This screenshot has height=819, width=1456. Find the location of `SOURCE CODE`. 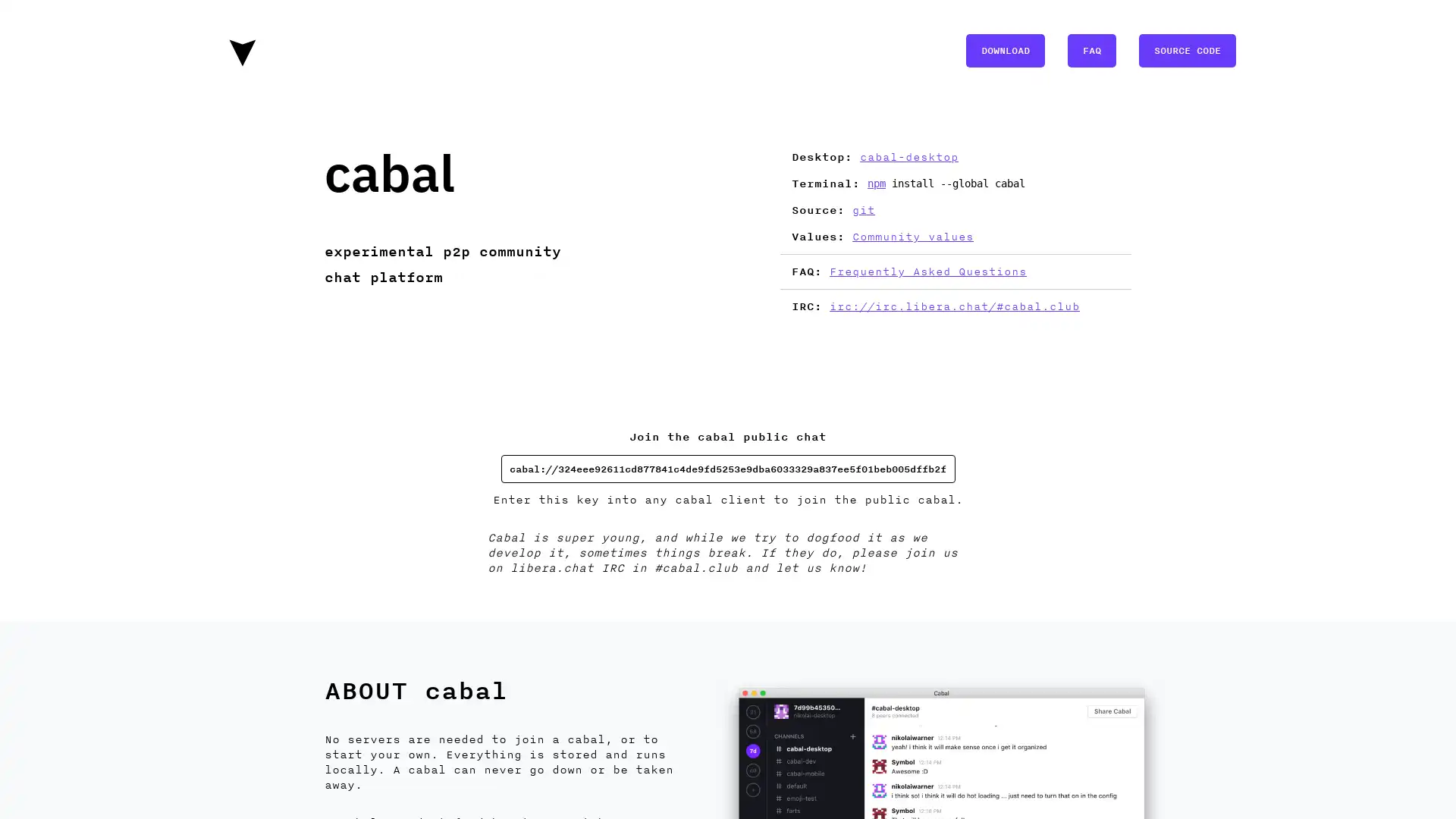

SOURCE CODE is located at coordinates (1186, 49).